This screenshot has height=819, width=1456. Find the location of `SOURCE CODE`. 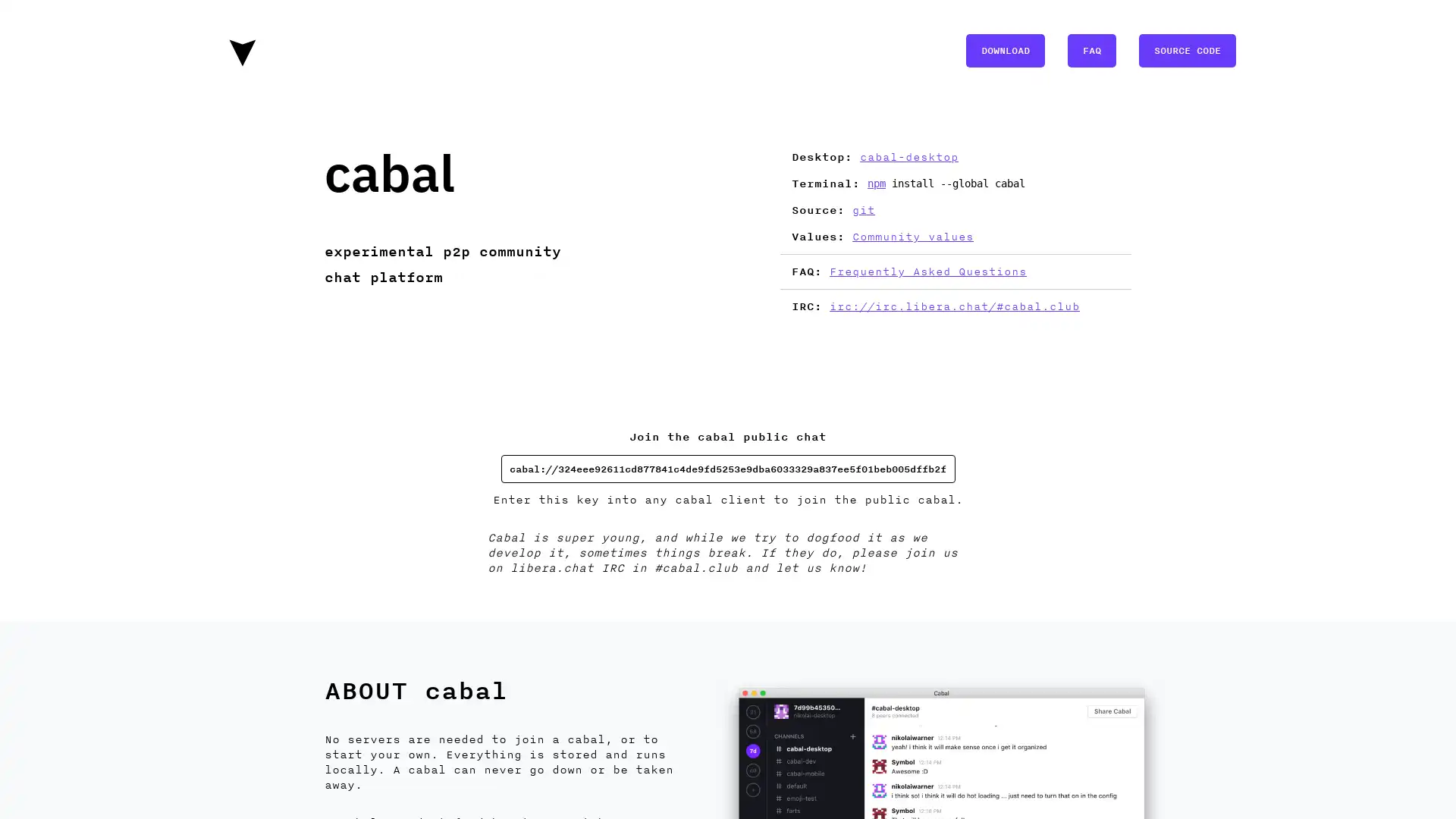

SOURCE CODE is located at coordinates (1186, 49).